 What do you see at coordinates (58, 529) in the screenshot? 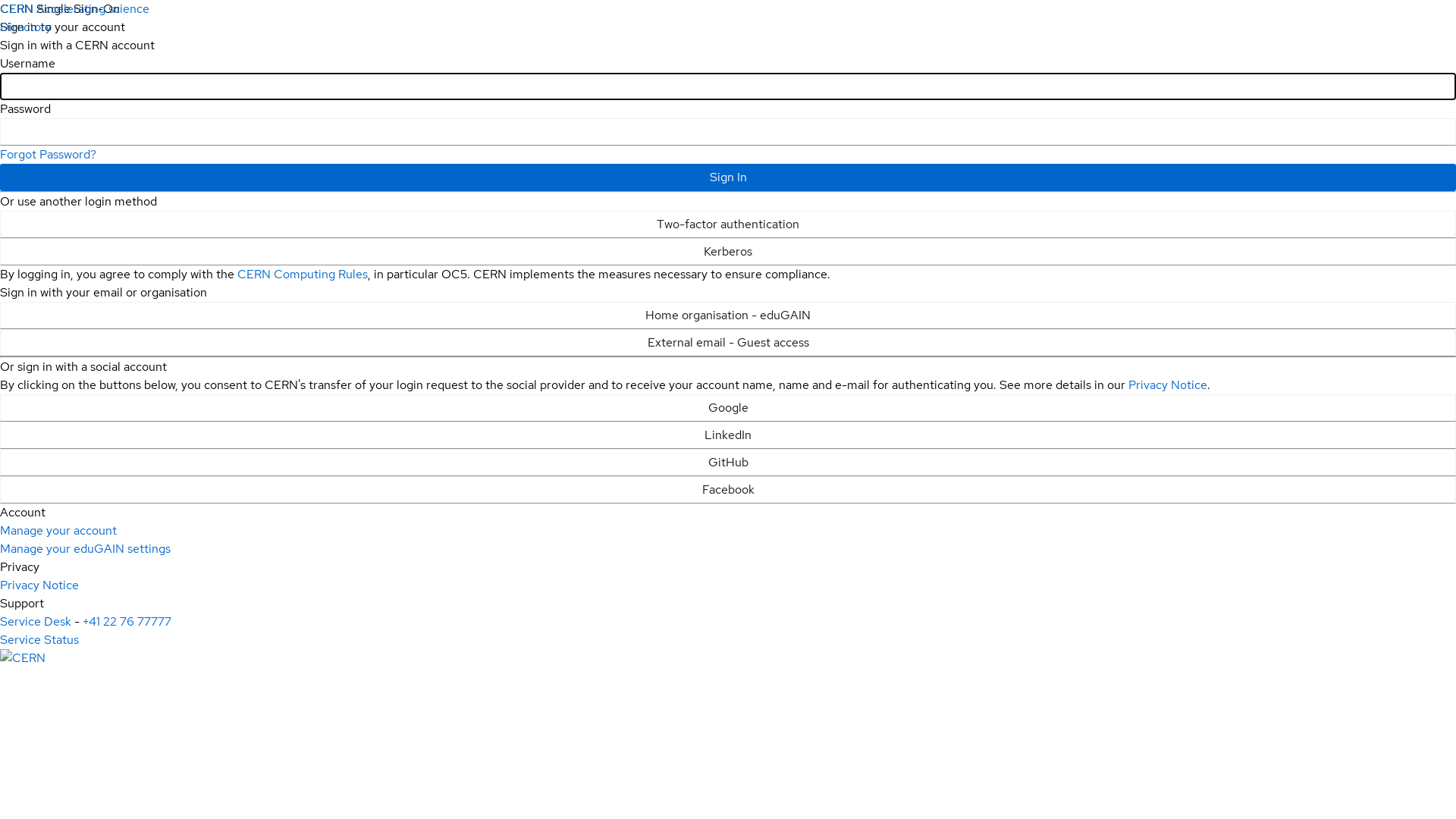
I see `'Manage your account'` at bounding box center [58, 529].